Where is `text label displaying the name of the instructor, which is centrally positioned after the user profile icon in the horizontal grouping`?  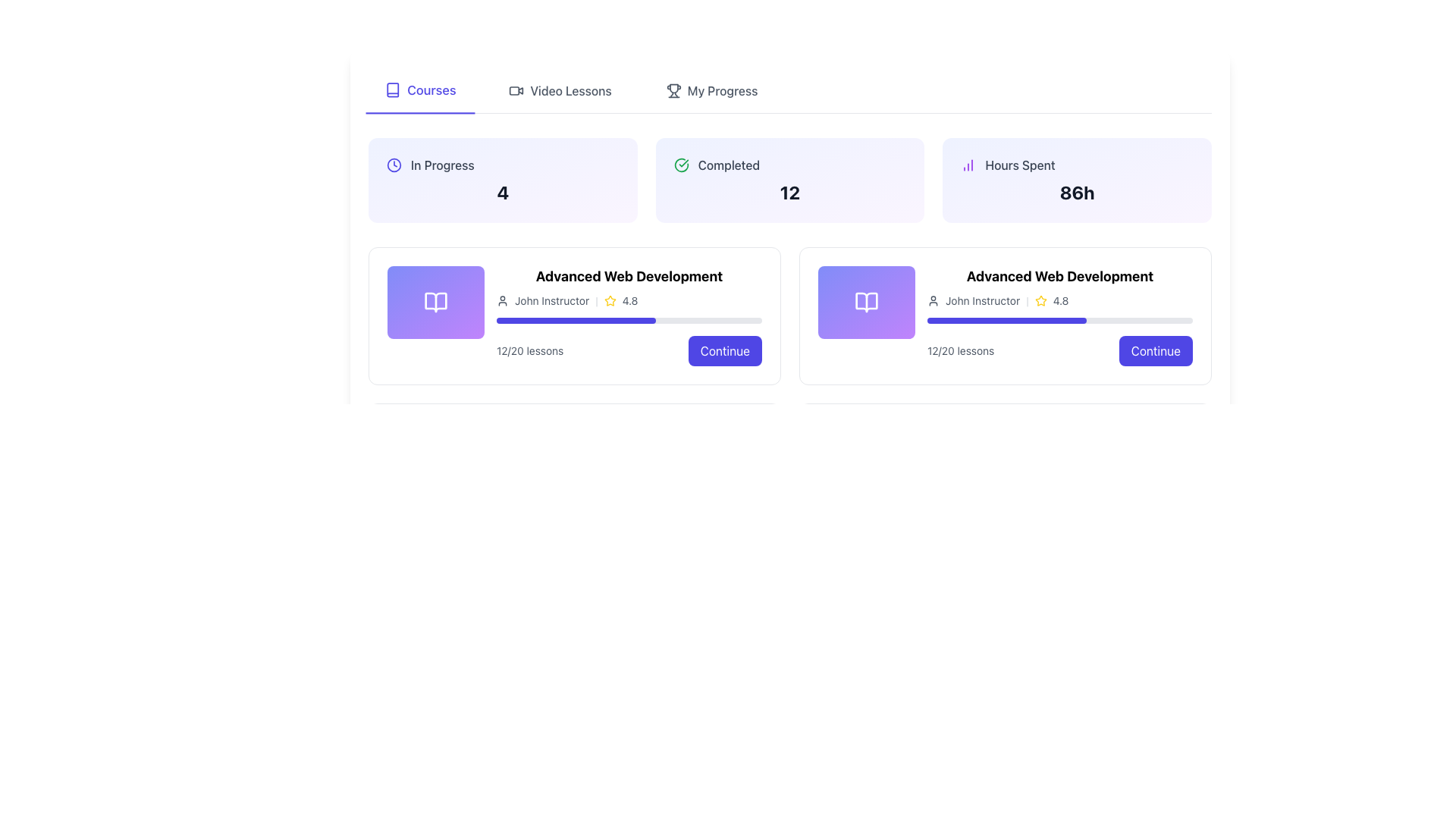
text label displaying the name of the instructor, which is centrally positioned after the user profile icon in the horizontal grouping is located at coordinates (551, 301).